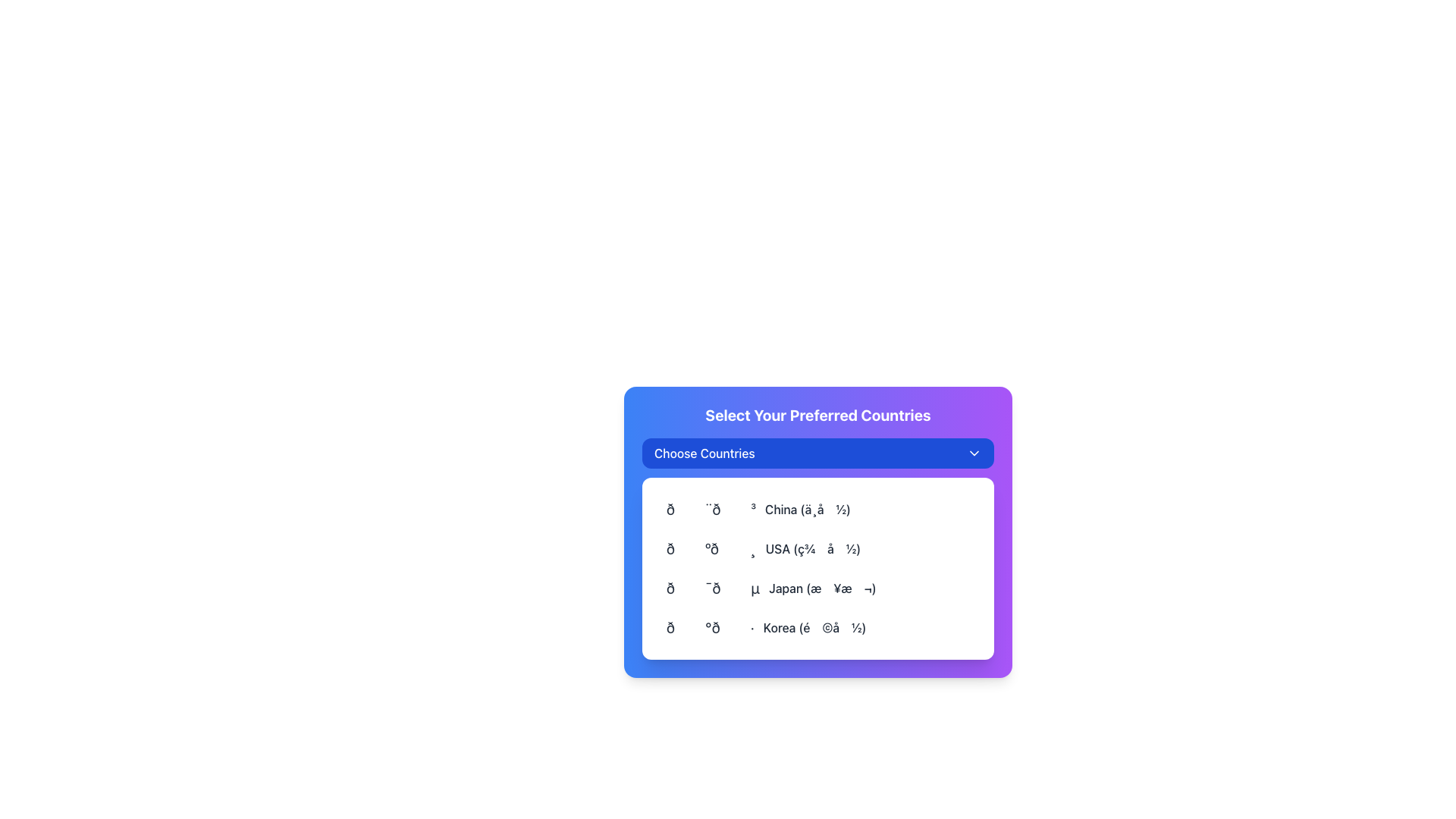 The height and width of the screenshot is (819, 1456). Describe the element at coordinates (817, 549) in the screenshot. I see `the second row in the dropdown list containing the emoji flag and the text 'USA (美国)'` at that location.